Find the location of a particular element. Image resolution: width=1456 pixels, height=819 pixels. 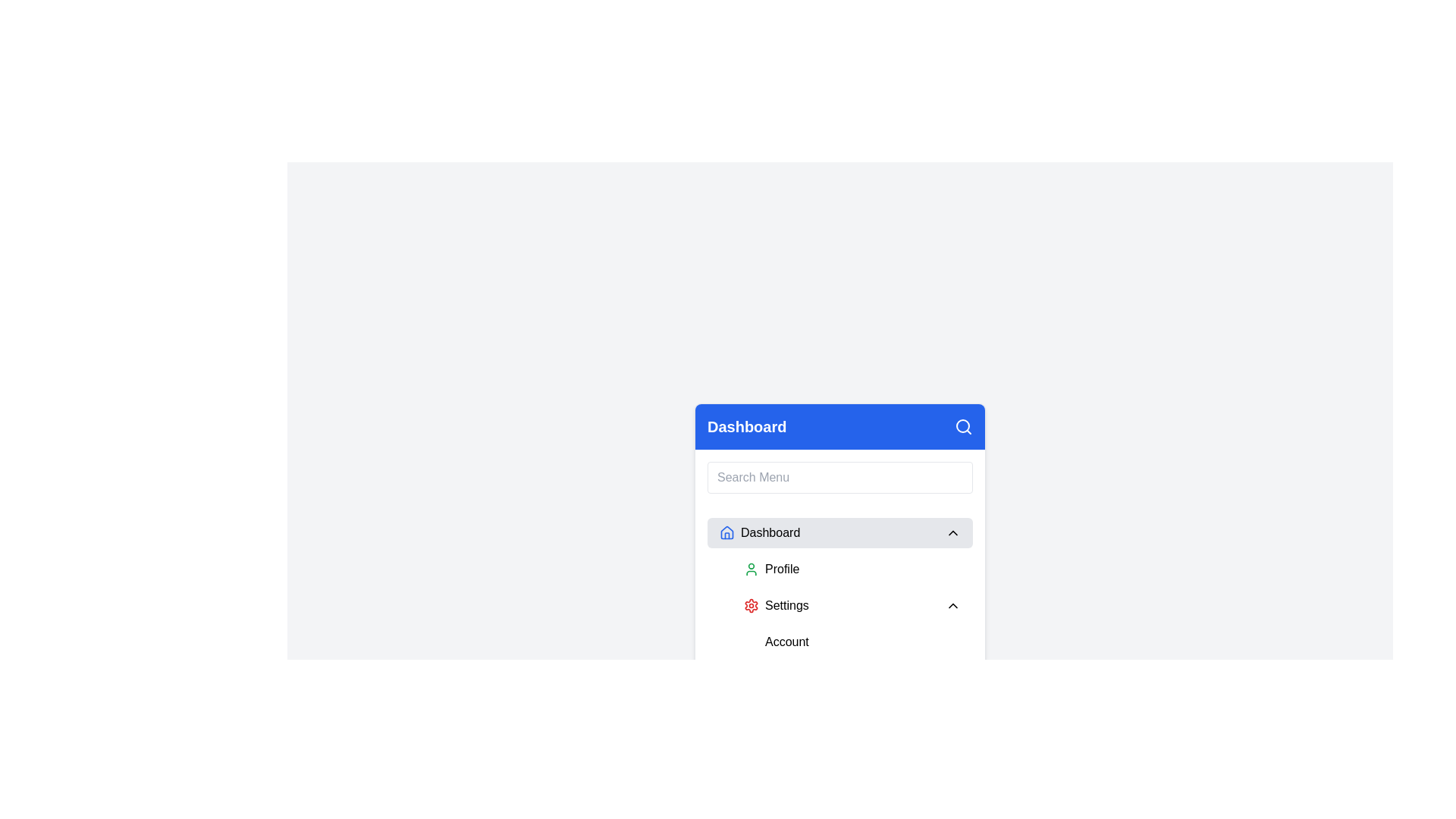

the navigation button for accessing the Profile section located in the dropdown menu under the 'Dashboard' section, positioned before the 'Settings' menu item is located at coordinates (771, 570).